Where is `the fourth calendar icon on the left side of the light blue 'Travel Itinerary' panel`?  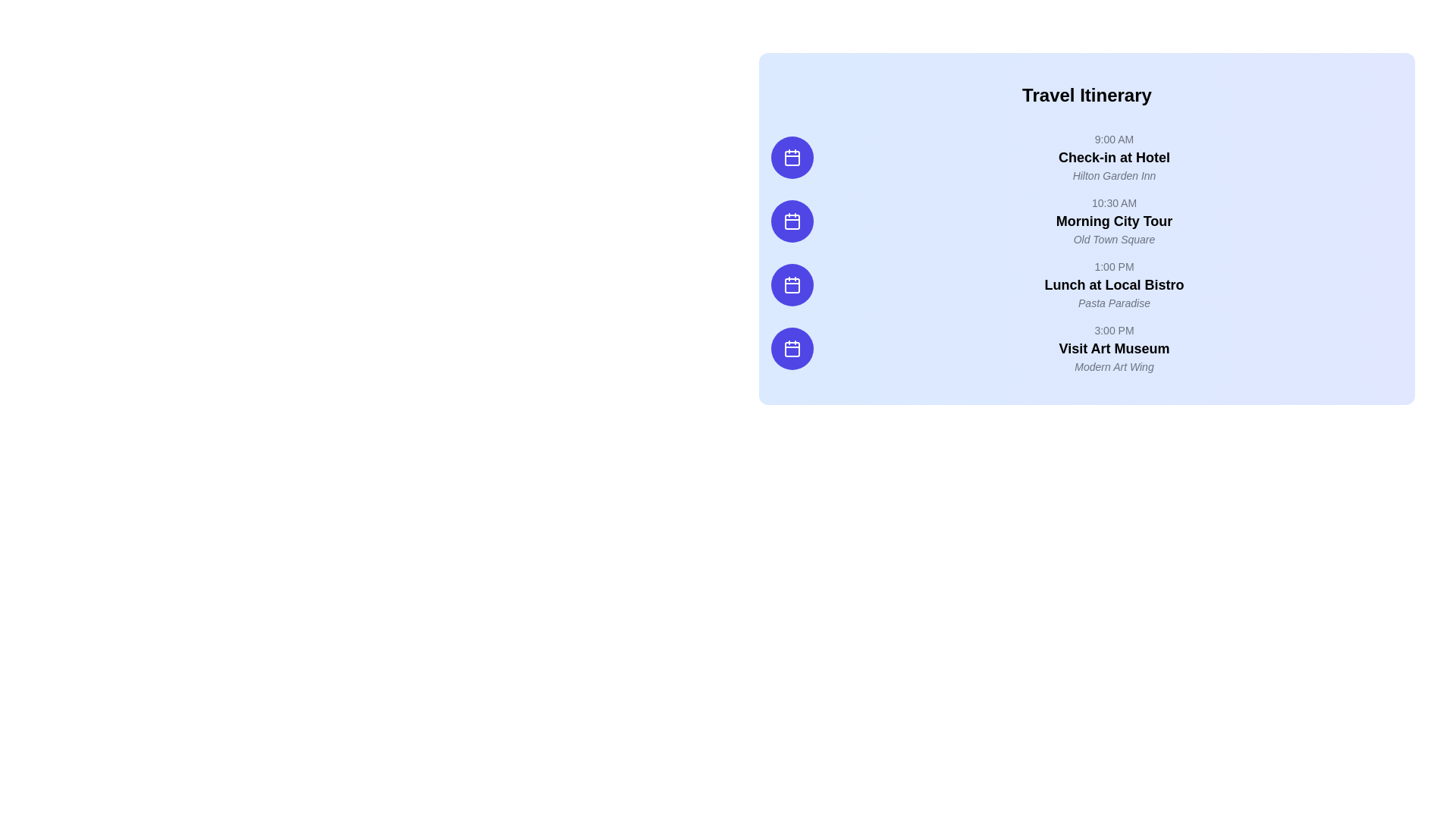 the fourth calendar icon on the left side of the light blue 'Travel Itinerary' panel is located at coordinates (792, 348).